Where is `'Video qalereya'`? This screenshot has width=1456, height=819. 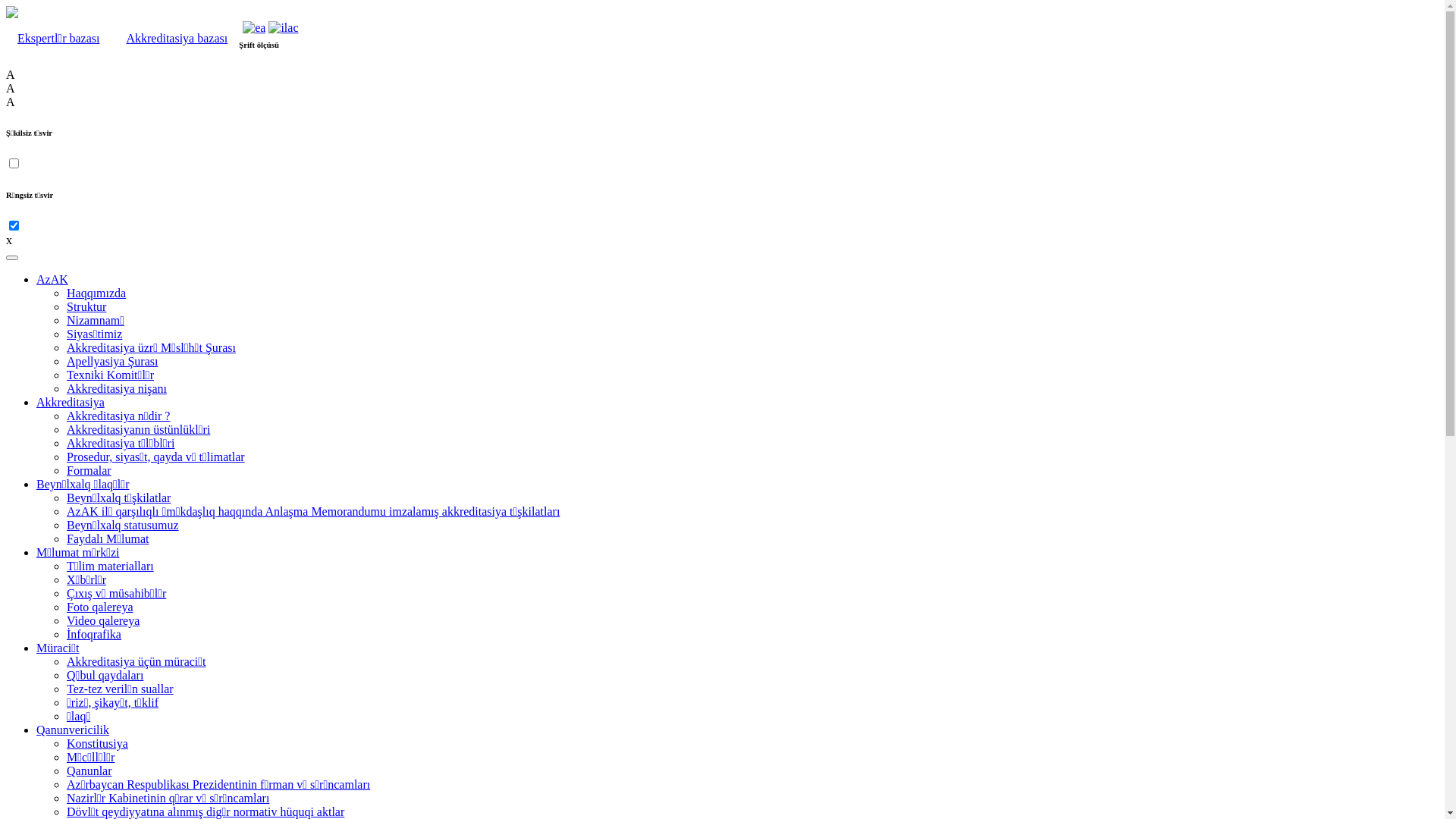 'Video qalereya' is located at coordinates (102, 620).